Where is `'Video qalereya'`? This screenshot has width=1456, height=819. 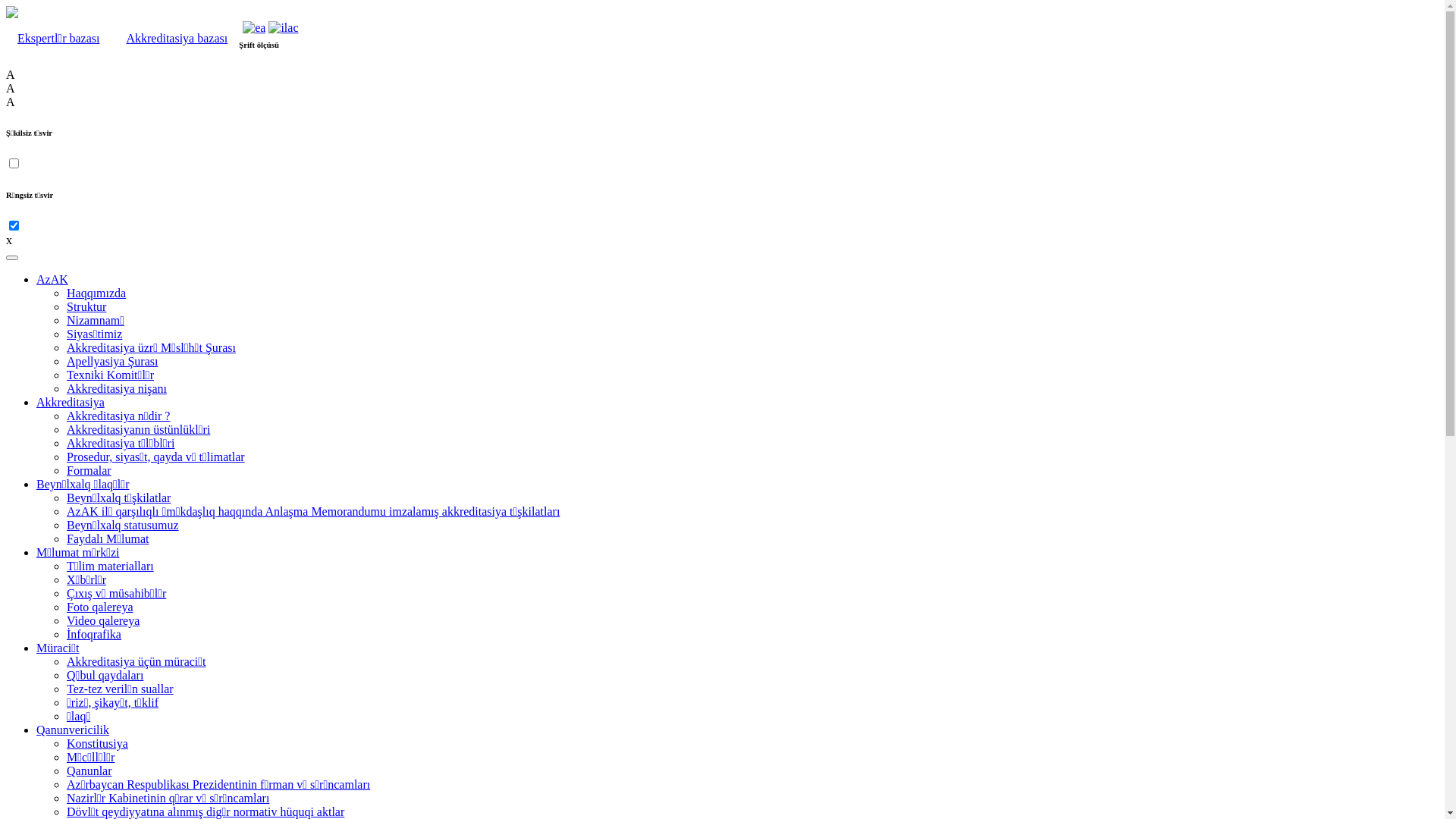 'Video qalereya' is located at coordinates (102, 620).